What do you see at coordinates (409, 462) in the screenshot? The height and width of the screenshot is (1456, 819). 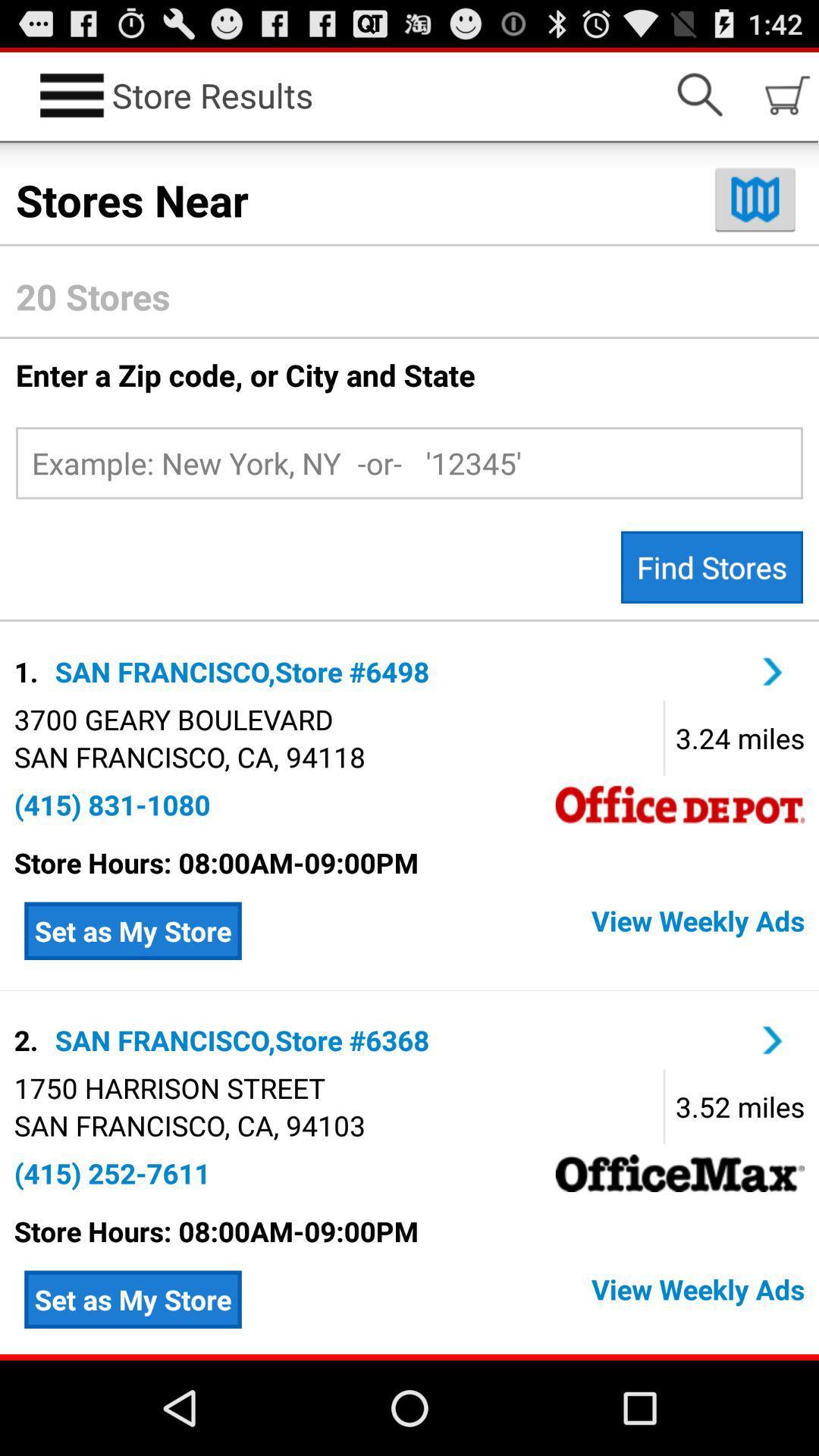 I see `a zip code city or state` at bounding box center [409, 462].